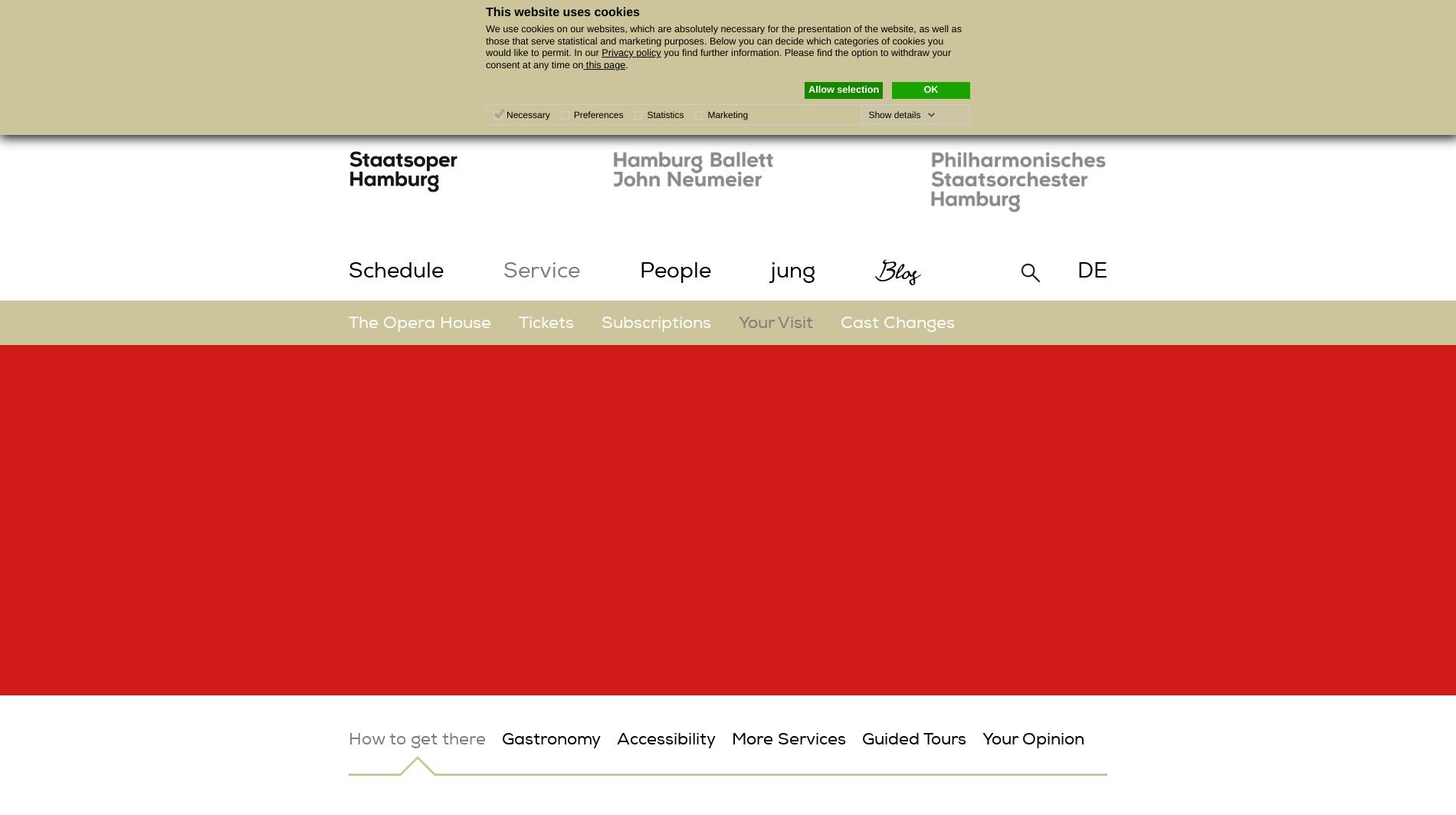 The width and height of the screenshot is (1456, 815). I want to click on 'this page', so click(603, 64).